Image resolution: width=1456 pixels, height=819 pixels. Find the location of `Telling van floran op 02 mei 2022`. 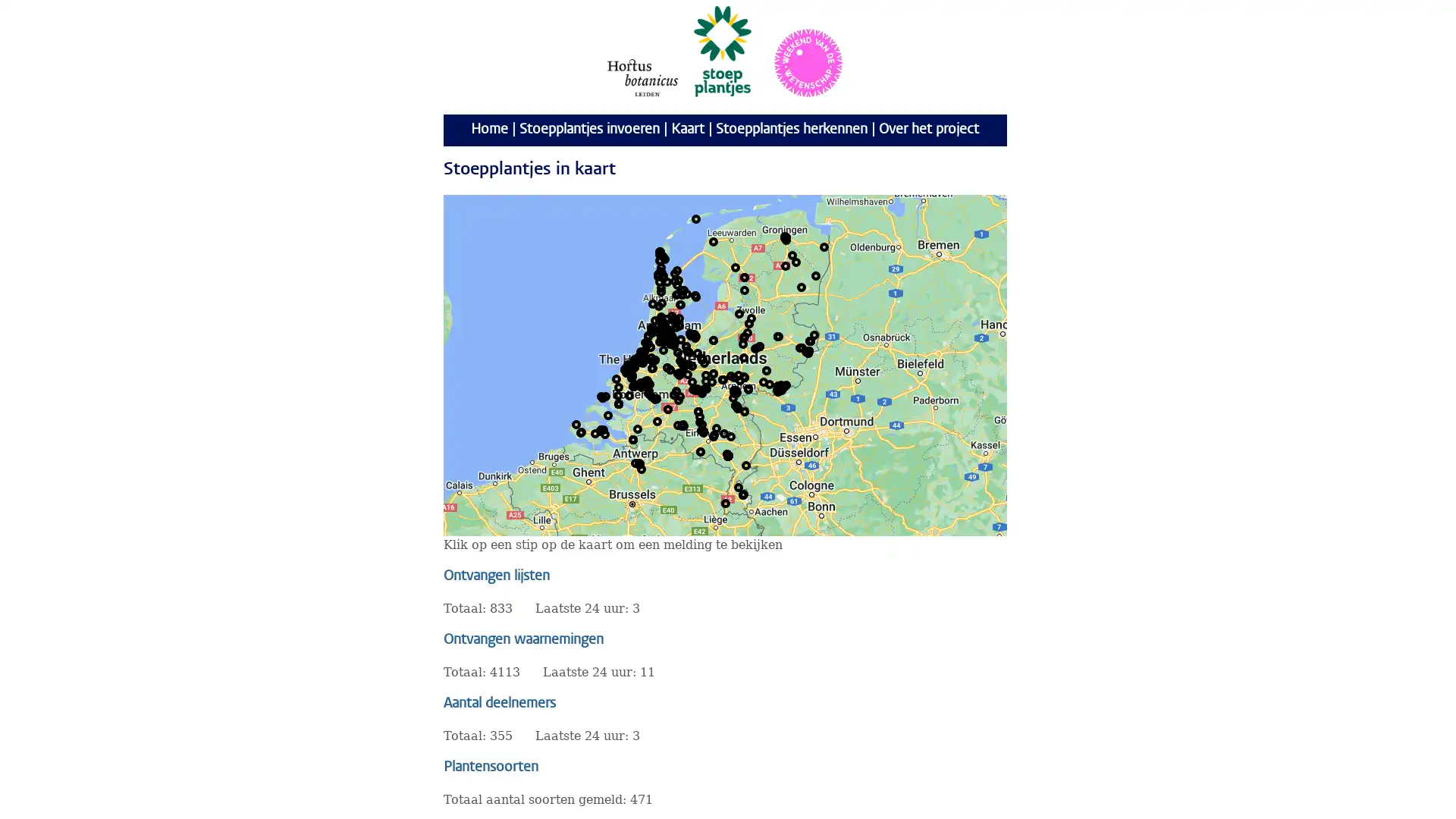

Telling van floran op 02 mei 2022 is located at coordinates (679, 372).